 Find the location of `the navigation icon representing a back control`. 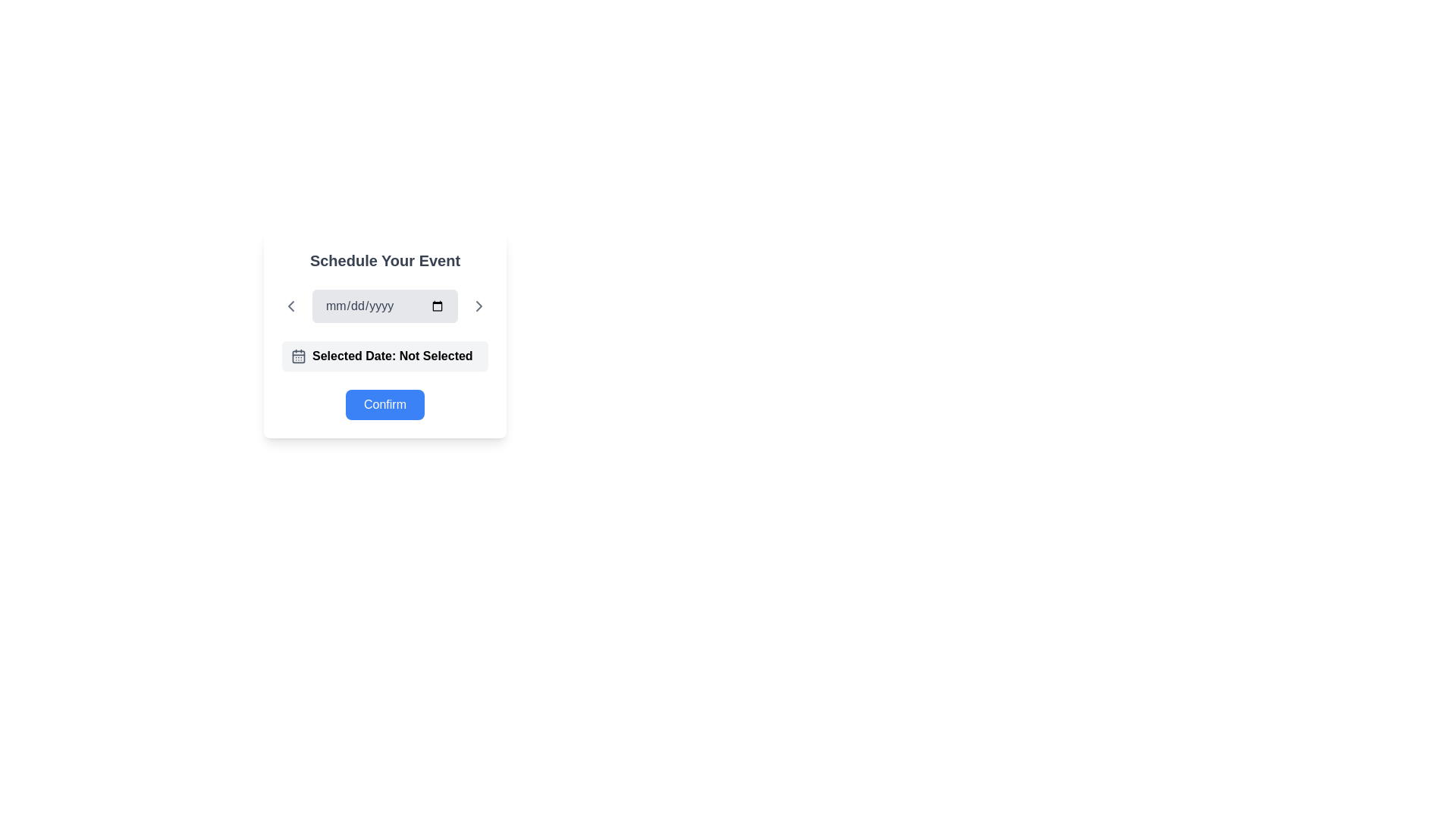

the navigation icon representing a back control is located at coordinates (291, 306).